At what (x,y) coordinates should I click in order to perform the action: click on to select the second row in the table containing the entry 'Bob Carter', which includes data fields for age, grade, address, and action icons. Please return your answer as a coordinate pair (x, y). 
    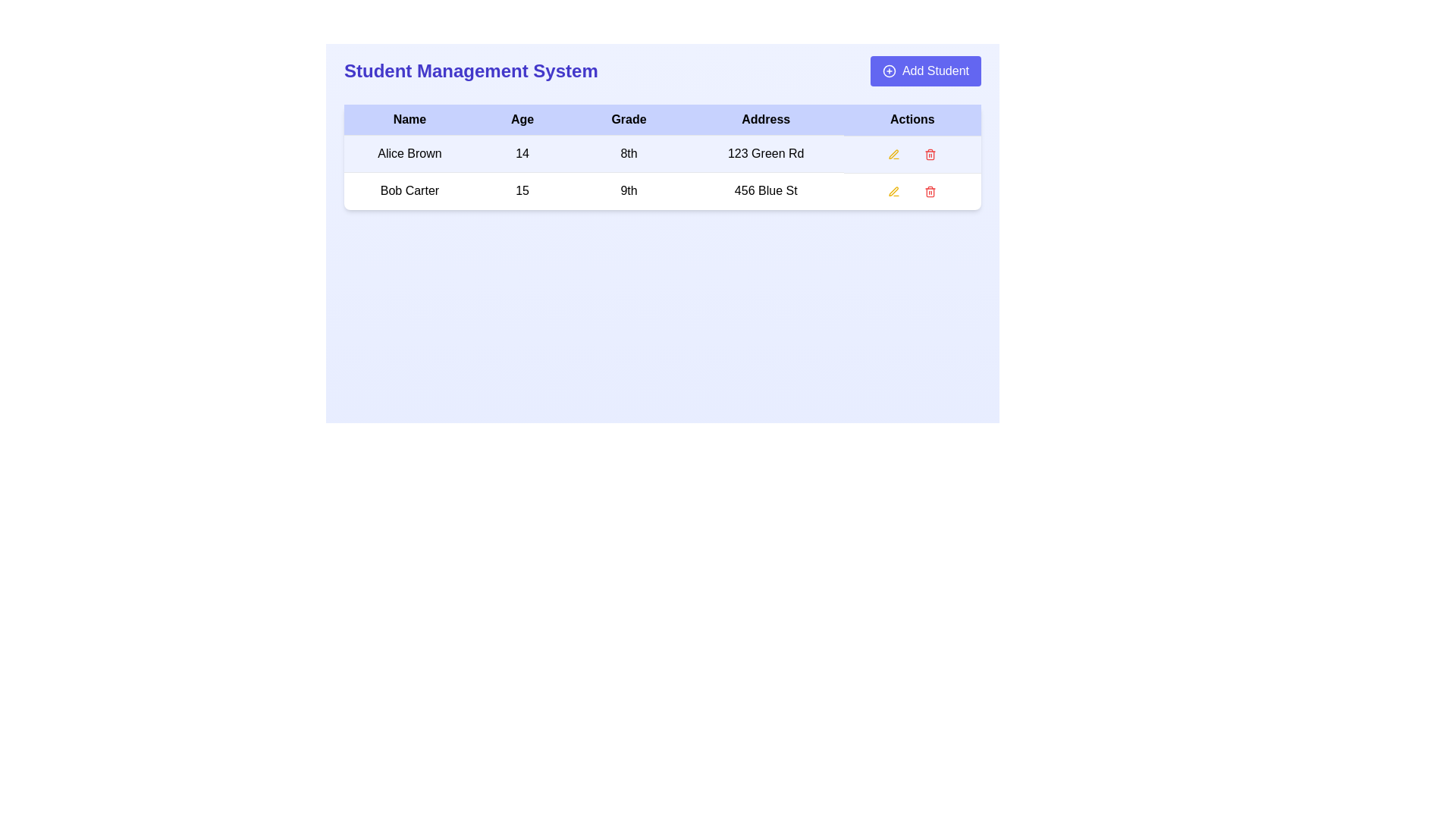
    Looking at the image, I should click on (662, 190).